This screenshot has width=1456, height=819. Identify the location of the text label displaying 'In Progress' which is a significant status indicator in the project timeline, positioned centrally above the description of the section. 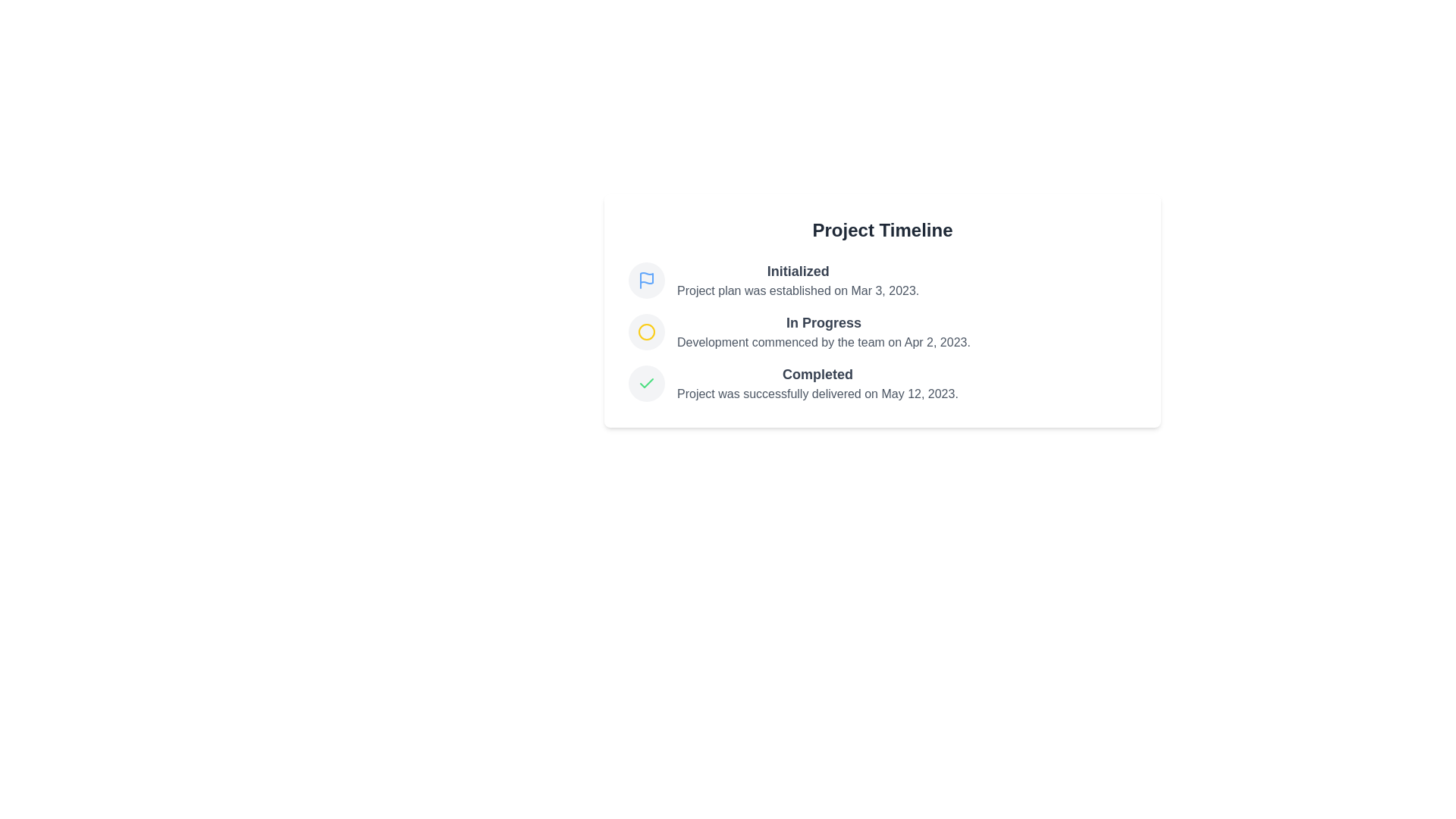
(823, 322).